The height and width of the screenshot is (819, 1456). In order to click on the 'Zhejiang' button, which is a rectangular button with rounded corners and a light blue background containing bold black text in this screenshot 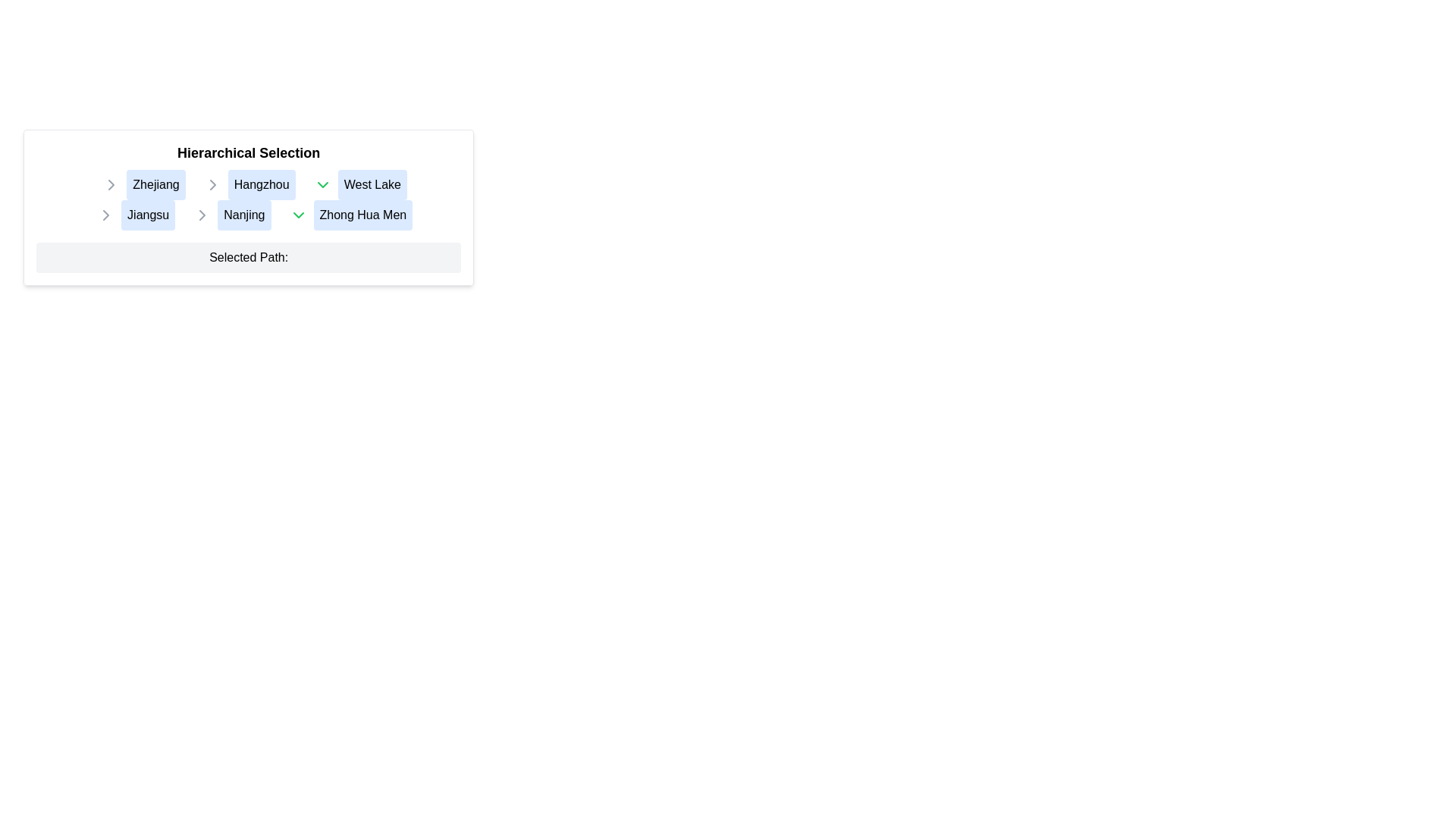, I will do `click(156, 184)`.